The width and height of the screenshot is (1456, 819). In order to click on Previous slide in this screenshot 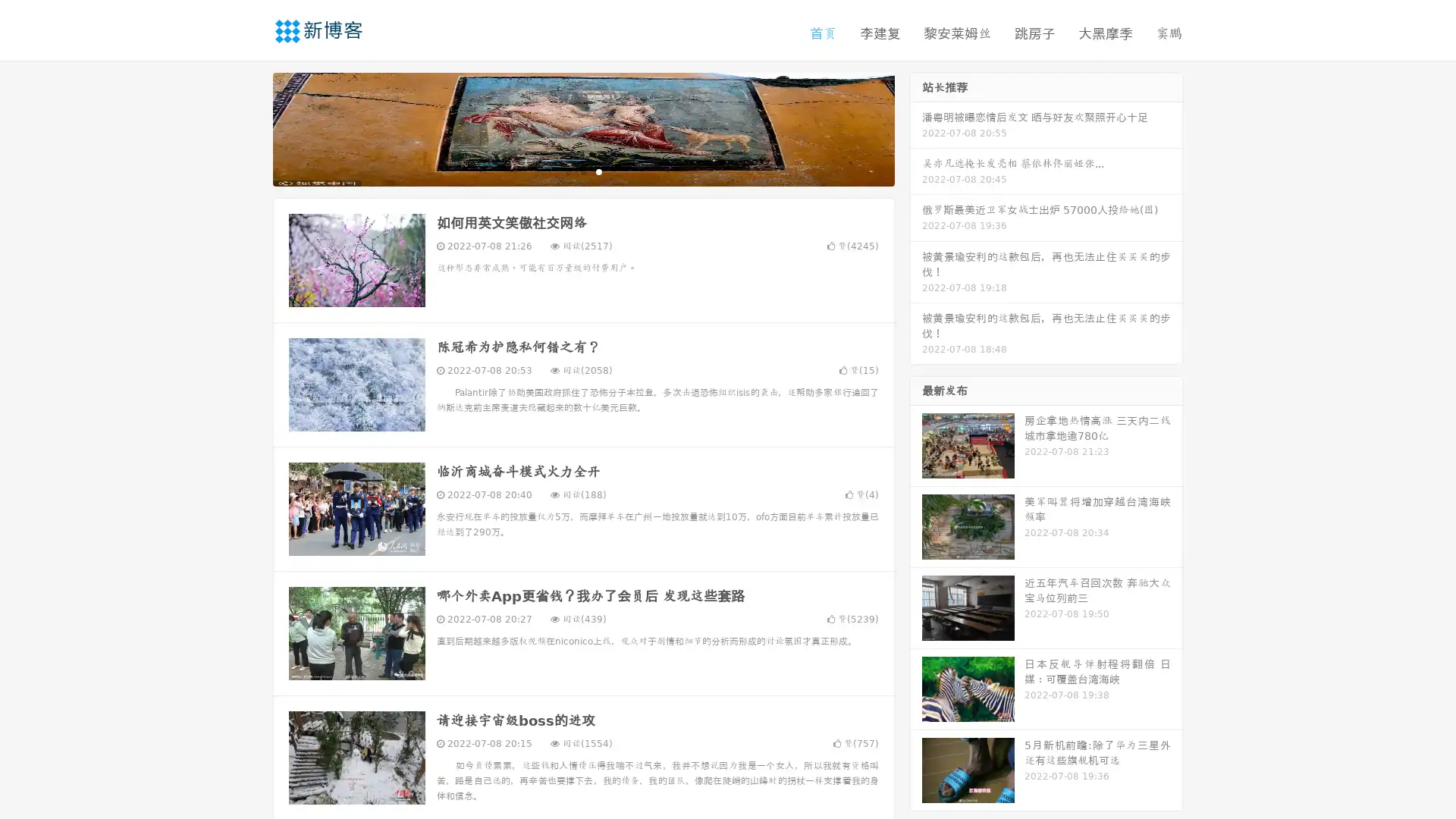, I will do `click(250, 127)`.